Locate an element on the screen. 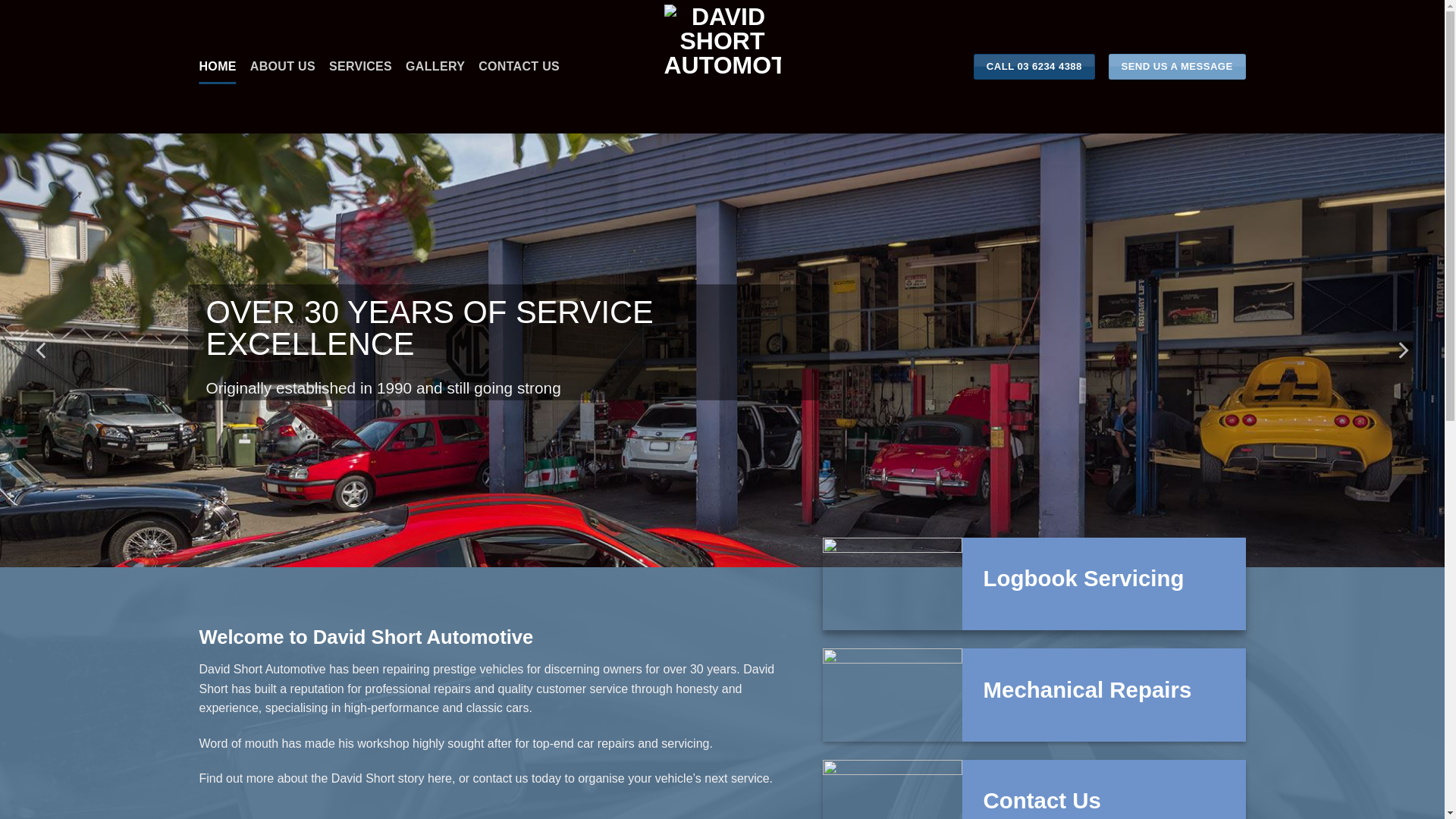 This screenshot has height=819, width=1456. 'SERVICES' is located at coordinates (359, 66).